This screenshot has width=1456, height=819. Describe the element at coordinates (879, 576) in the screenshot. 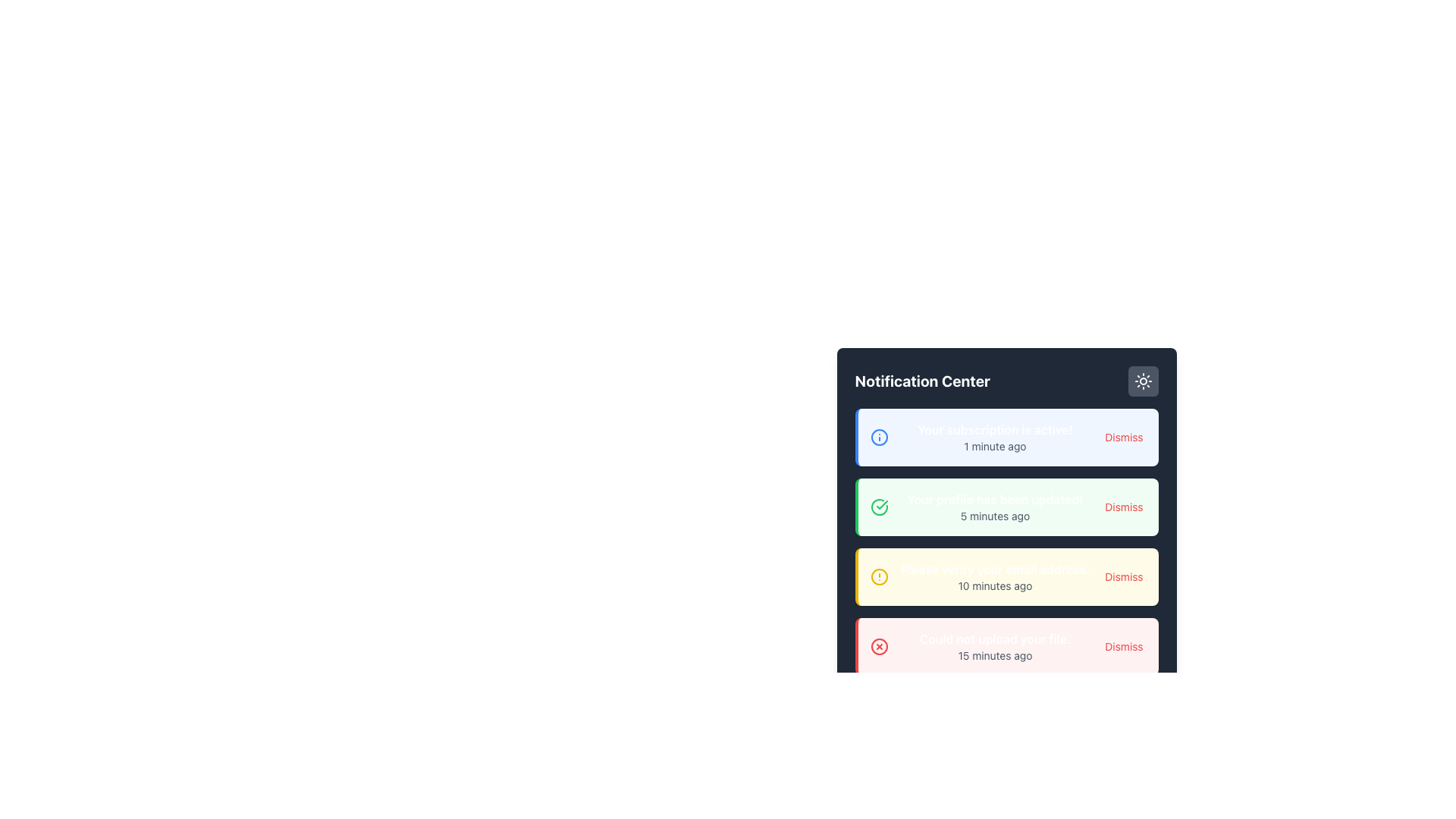

I see `Alert/Circular icon located in the top-left corner of the notification card with yellow highlights, which is the third item in the Notification Center panel, for styling or HTML attributes` at that location.